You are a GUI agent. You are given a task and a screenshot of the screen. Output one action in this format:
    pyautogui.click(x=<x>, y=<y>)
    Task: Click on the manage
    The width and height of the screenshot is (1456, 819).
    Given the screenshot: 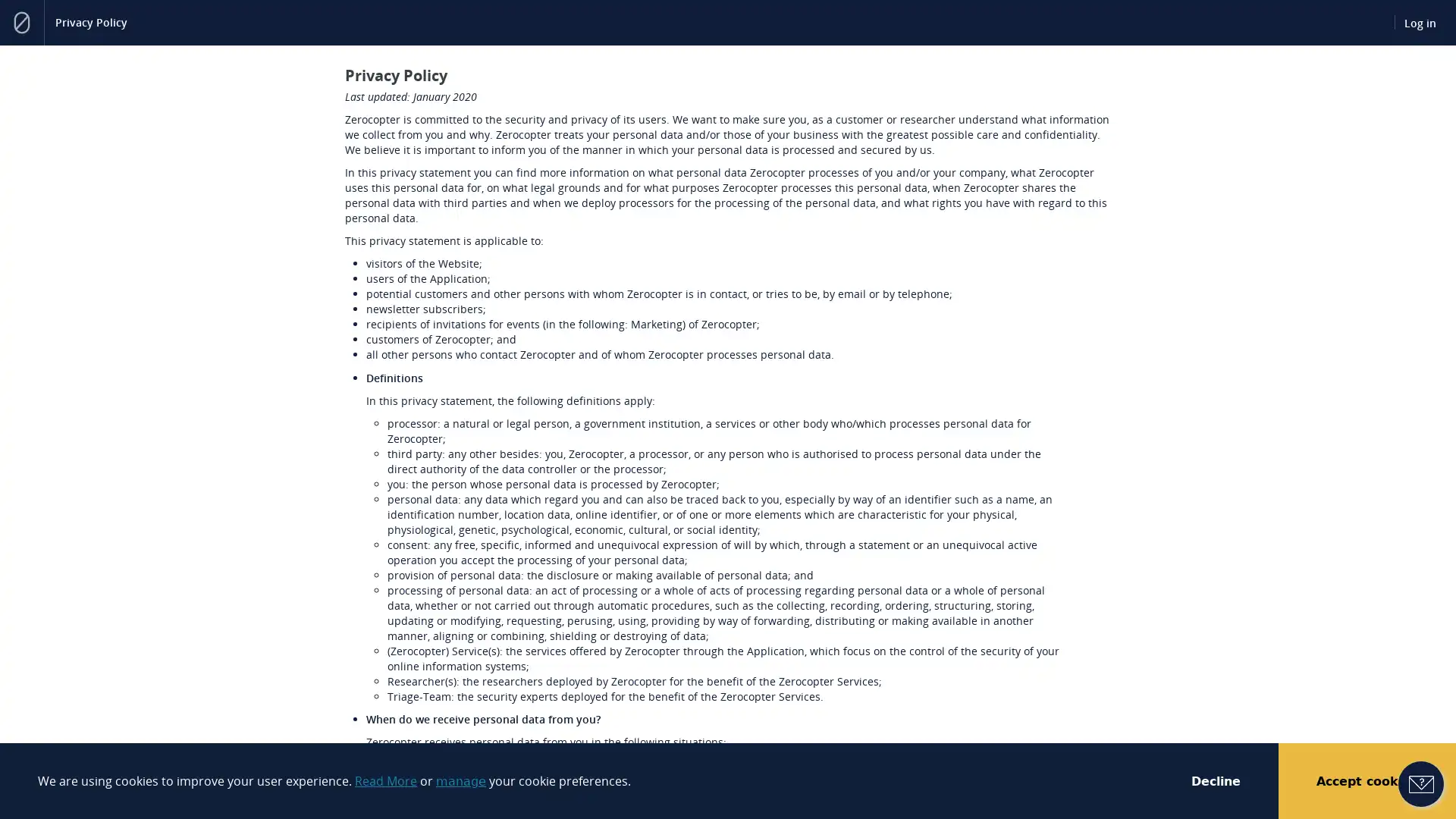 What is the action you would take?
    pyautogui.click(x=460, y=781)
    